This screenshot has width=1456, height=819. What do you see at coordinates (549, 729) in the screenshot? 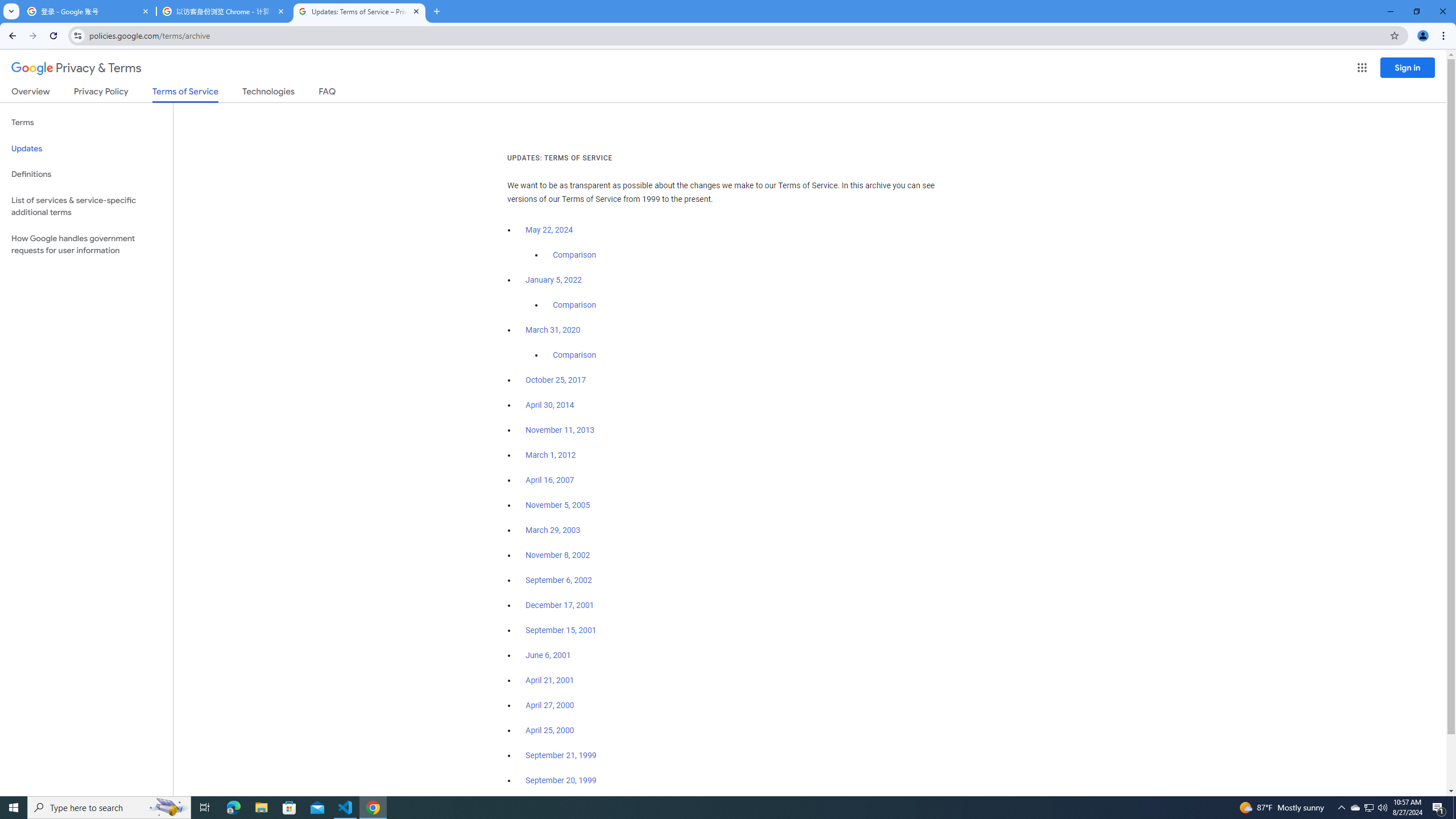
I see `'April 25, 2000'` at bounding box center [549, 729].